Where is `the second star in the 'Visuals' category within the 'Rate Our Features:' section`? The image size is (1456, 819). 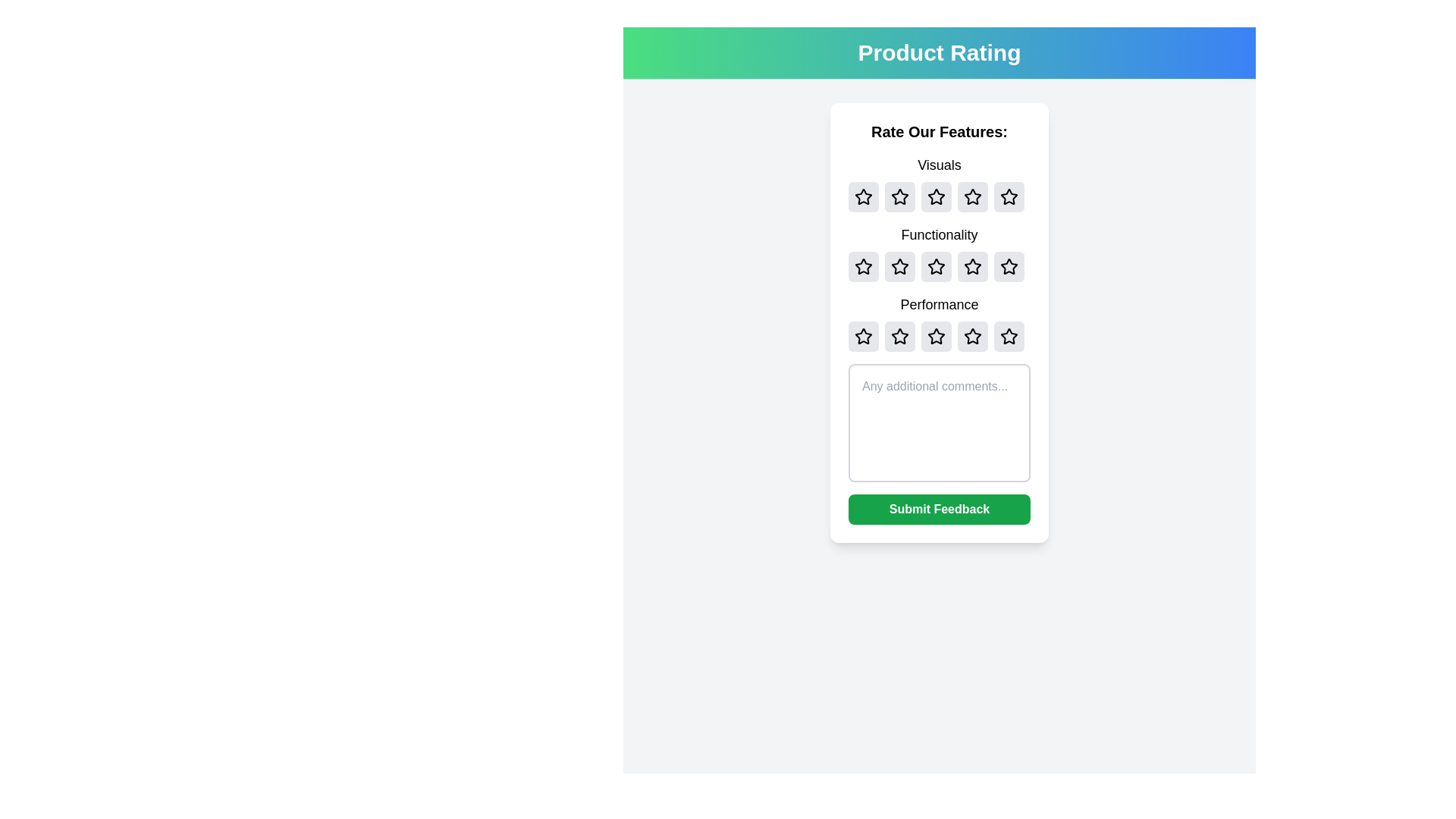 the second star in the 'Visuals' category within the 'Rate Our Features:' section is located at coordinates (899, 196).